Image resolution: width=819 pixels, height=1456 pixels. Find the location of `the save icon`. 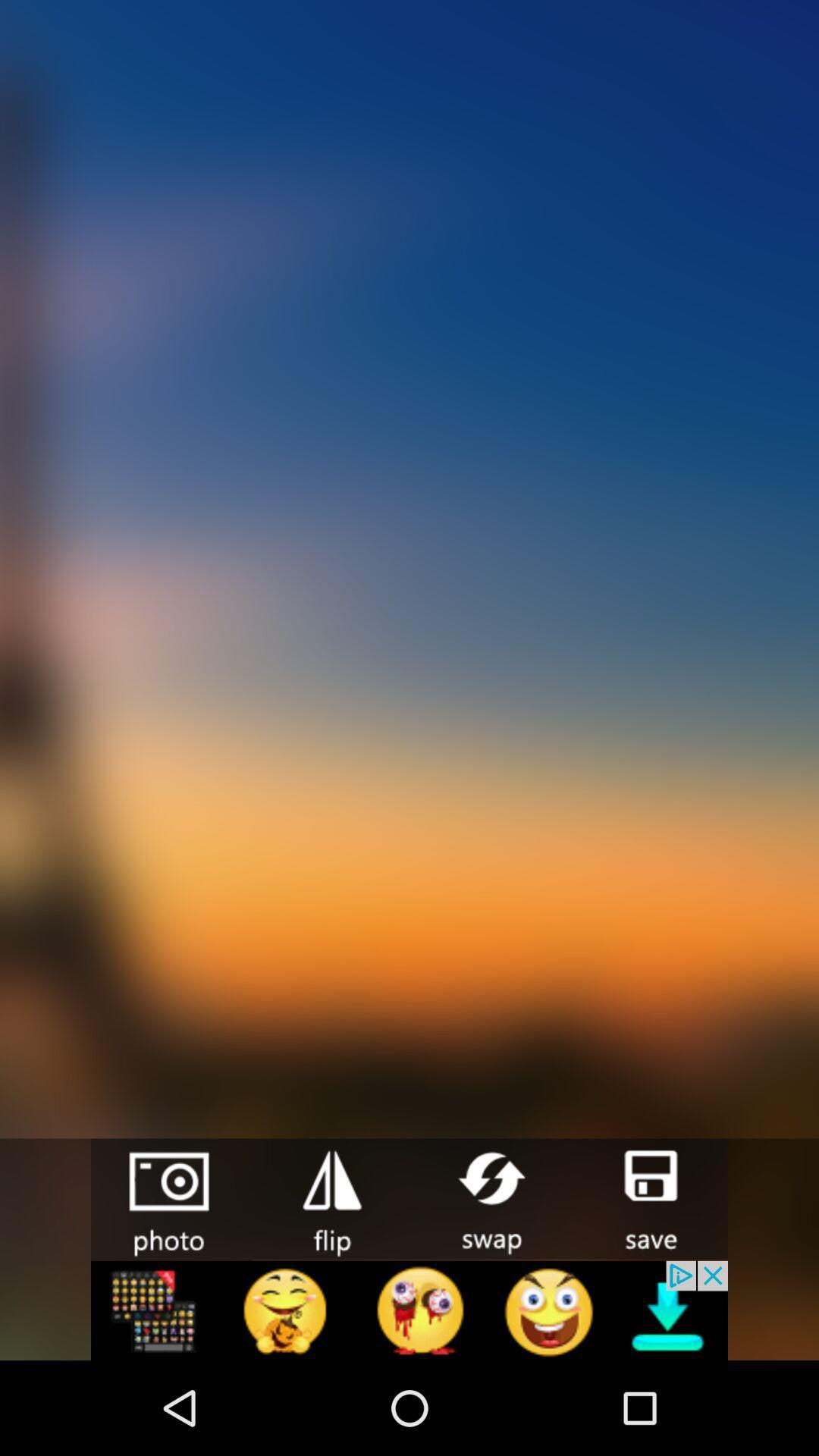

the save icon is located at coordinates (648, 1282).